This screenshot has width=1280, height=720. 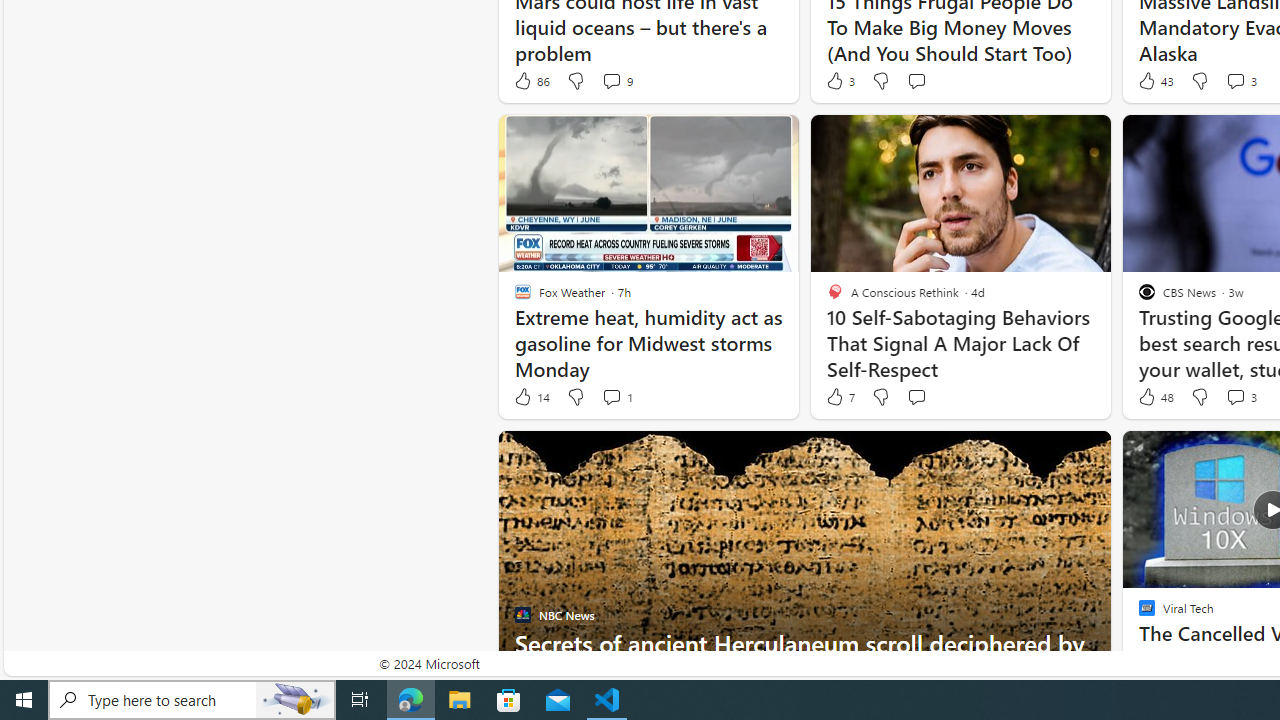 I want to click on '7 Like', so click(x=839, y=397).